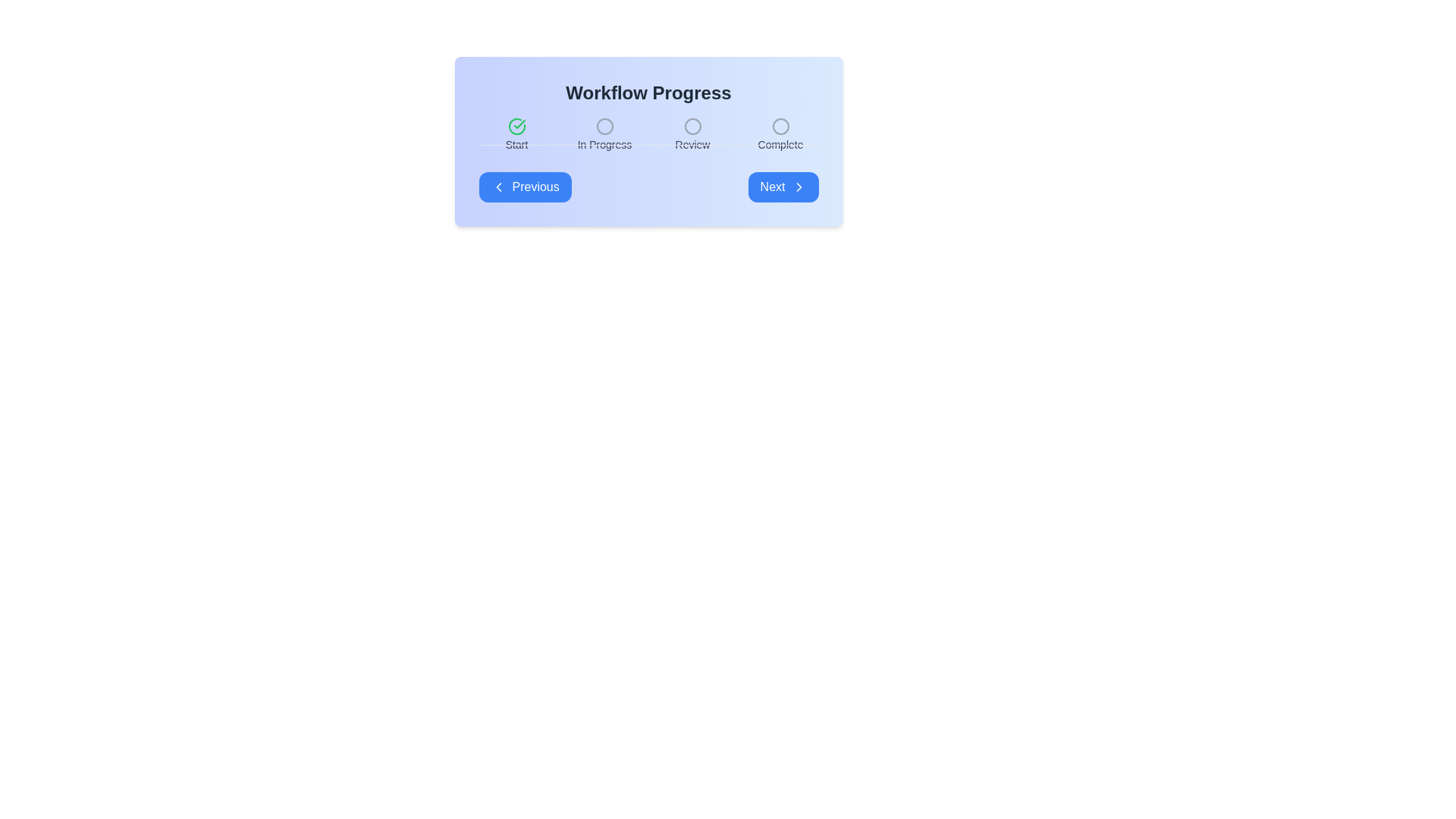 This screenshot has height=819, width=1456. I want to click on the Circle Indicator Icon which has a gray border and empty fill, located in the 'In Progress' step of the workflow progress tracker, so click(604, 125).